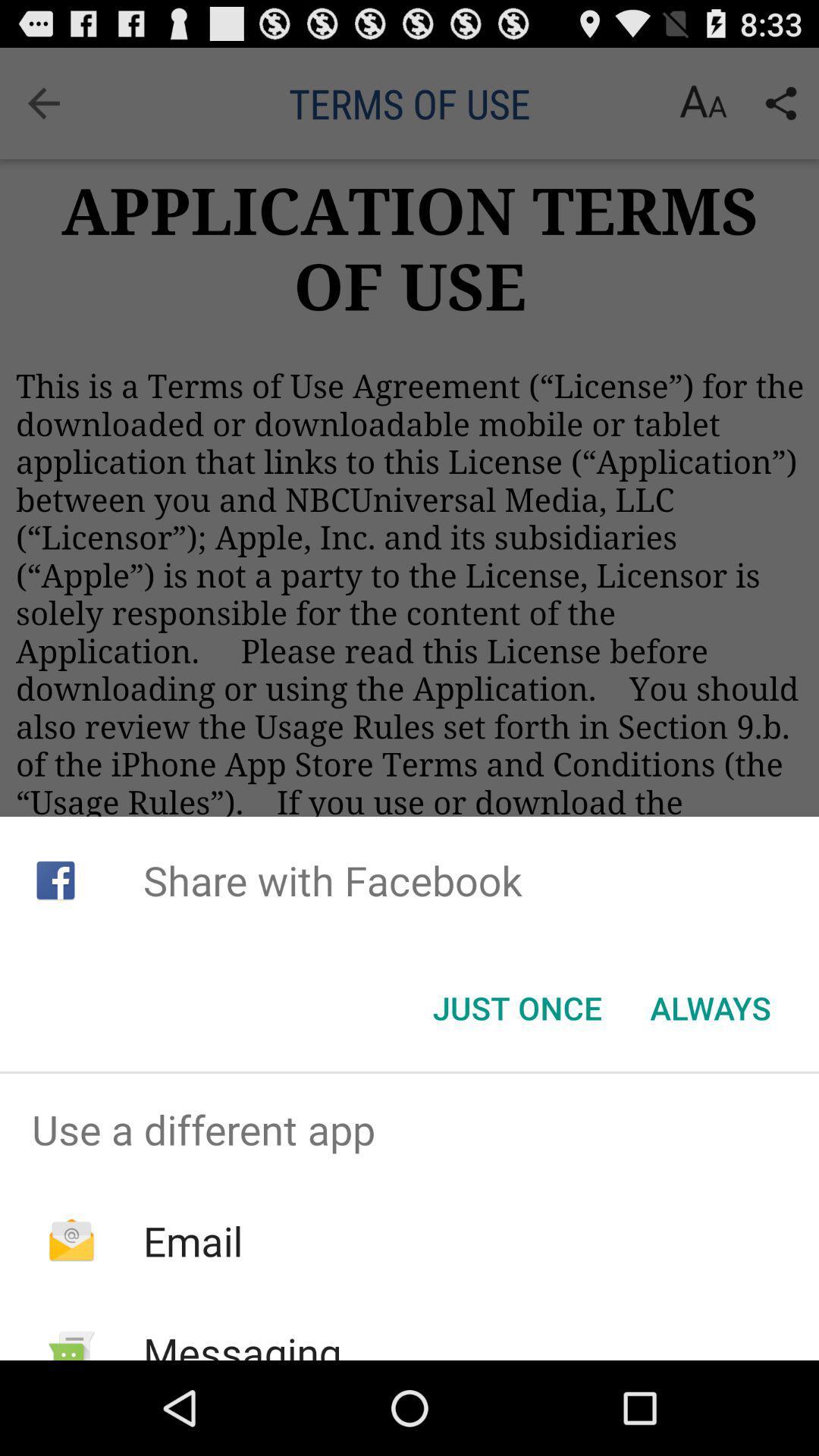 The image size is (819, 1456). What do you see at coordinates (516, 1008) in the screenshot?
I see `the just once` at bounding box center [516, 1008].